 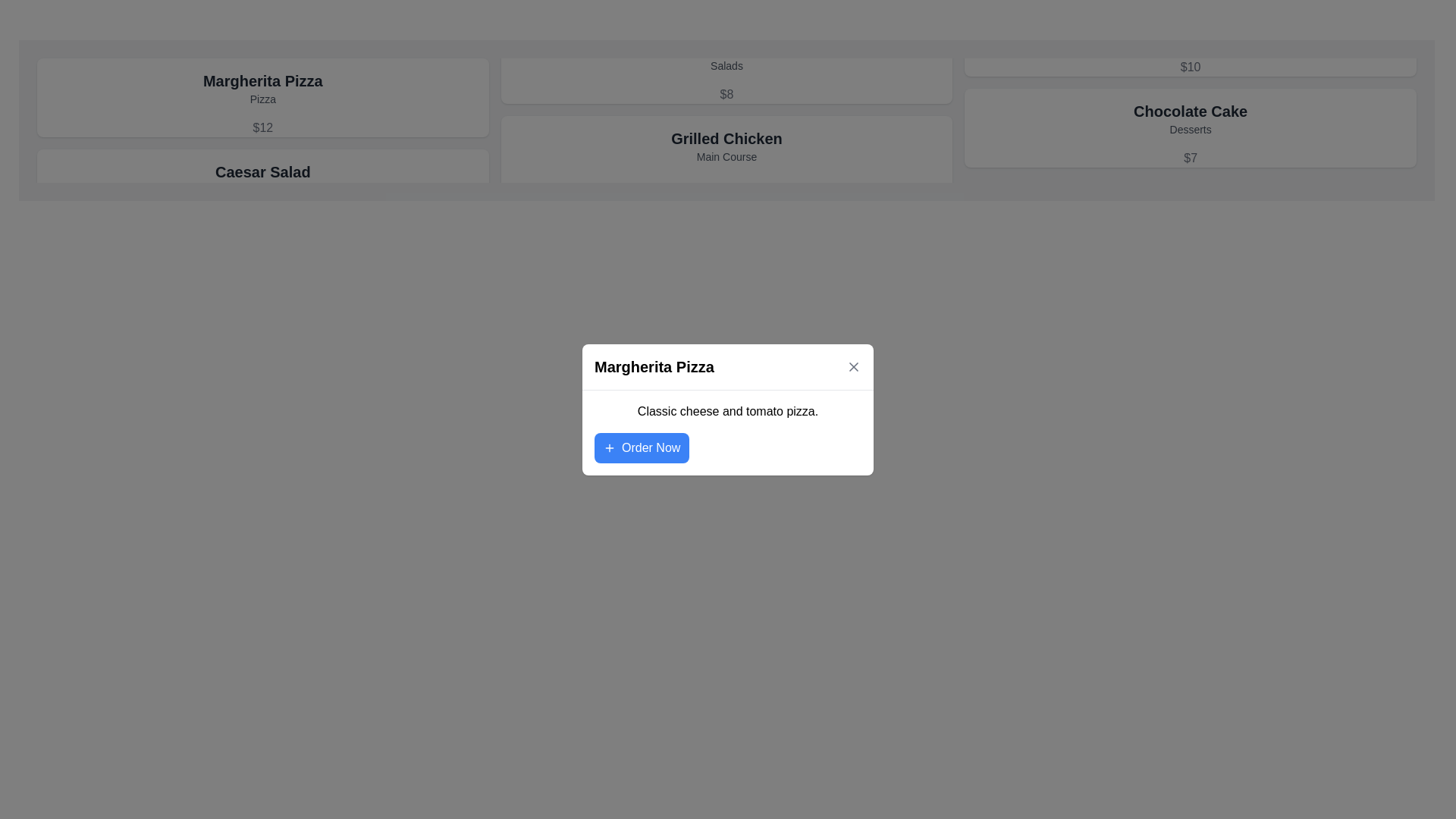 What do you see at coordinates (726, 157) in the screenshot?
I see `the text label displaying 'Main Course' in a smaller, gray font located directly below the title 'Grilled Chicken'` at bounding box center [726, 157].